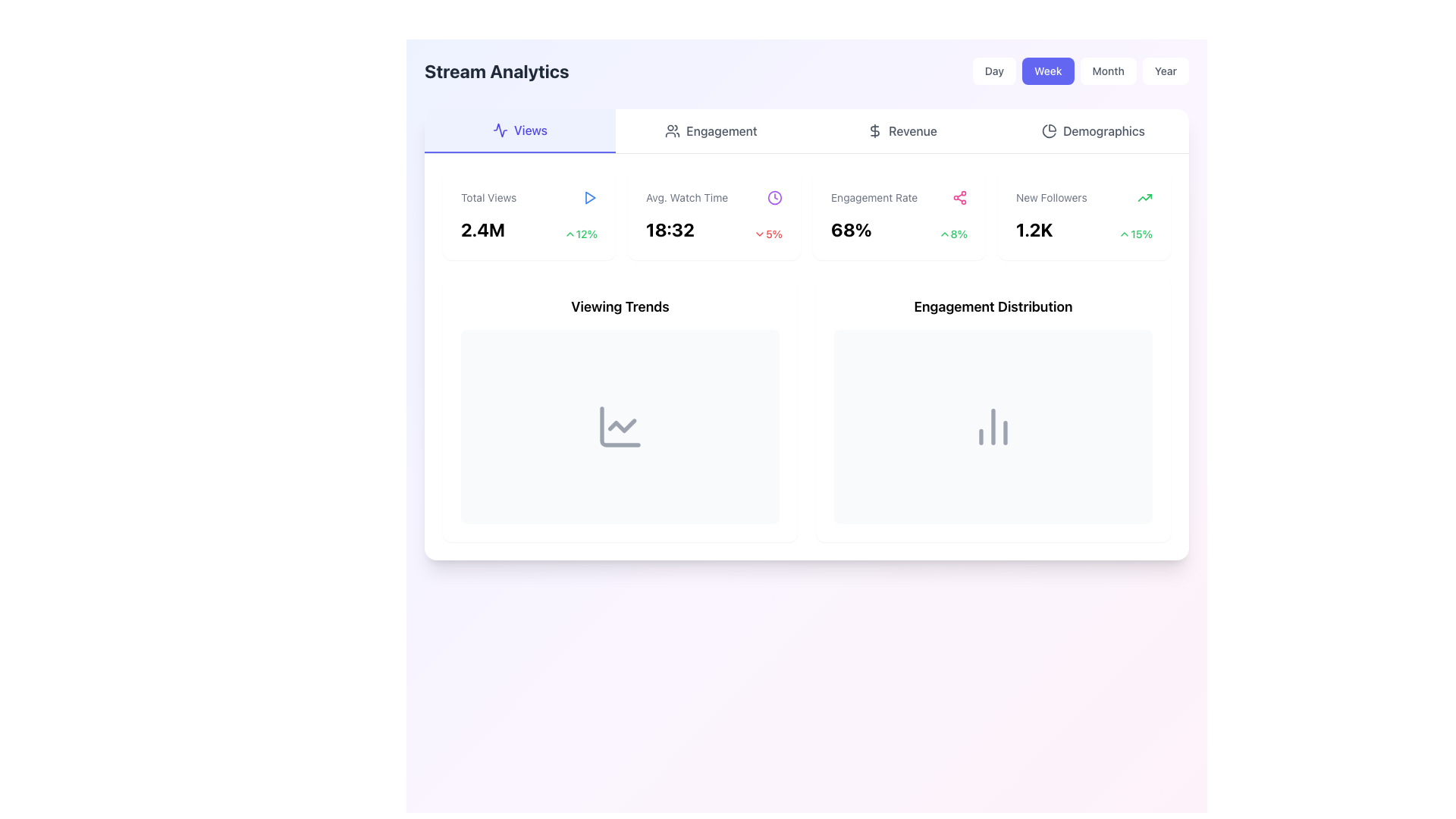  What do you see at coordinates (686, 197) in the screenshot?
I see `the Text Label that describes the average watch time, located in the 'Avg. Watch Time' panel between 'Total Views' and 'Engagement Rate'` at bounding box center [686, 197].